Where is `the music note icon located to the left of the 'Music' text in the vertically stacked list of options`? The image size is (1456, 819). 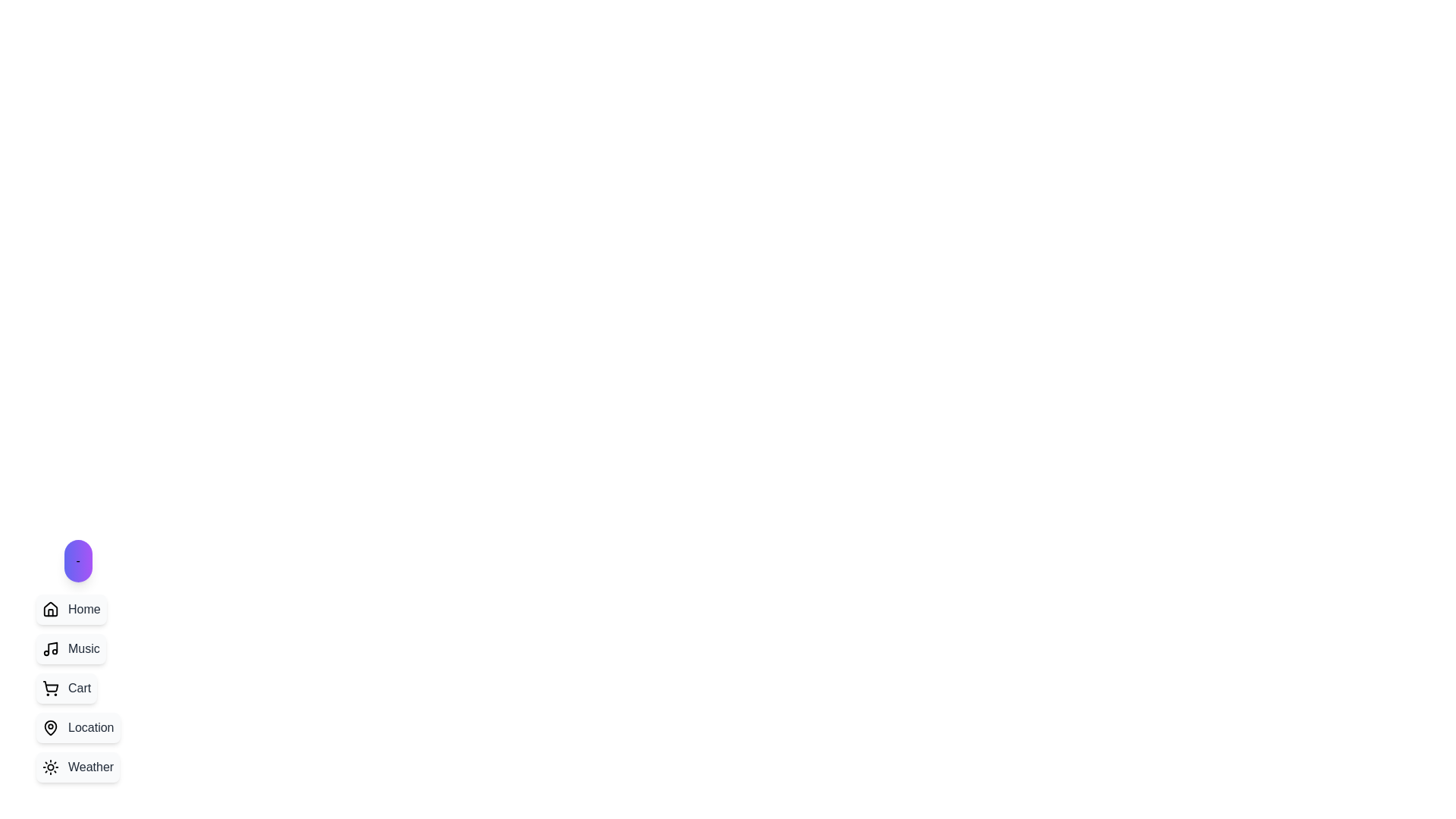 the music note icon located to the left of the 'Music' text in the vertically stacked list of options is located at coordinates (51, 648).